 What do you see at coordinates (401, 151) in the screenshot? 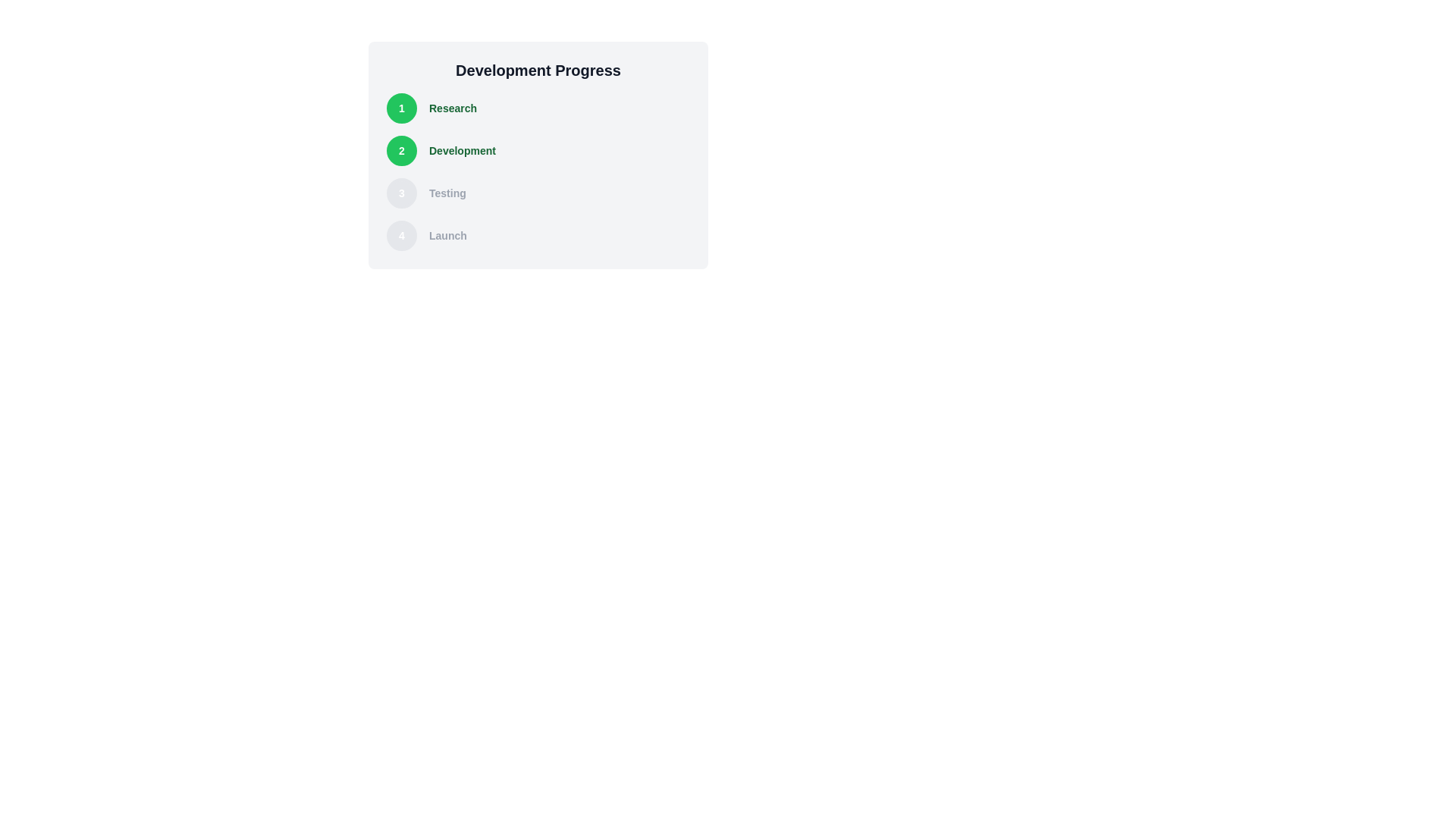
I see `the circular interactive element with a green background and the numeral '2'` at bounding box center [401, 151].